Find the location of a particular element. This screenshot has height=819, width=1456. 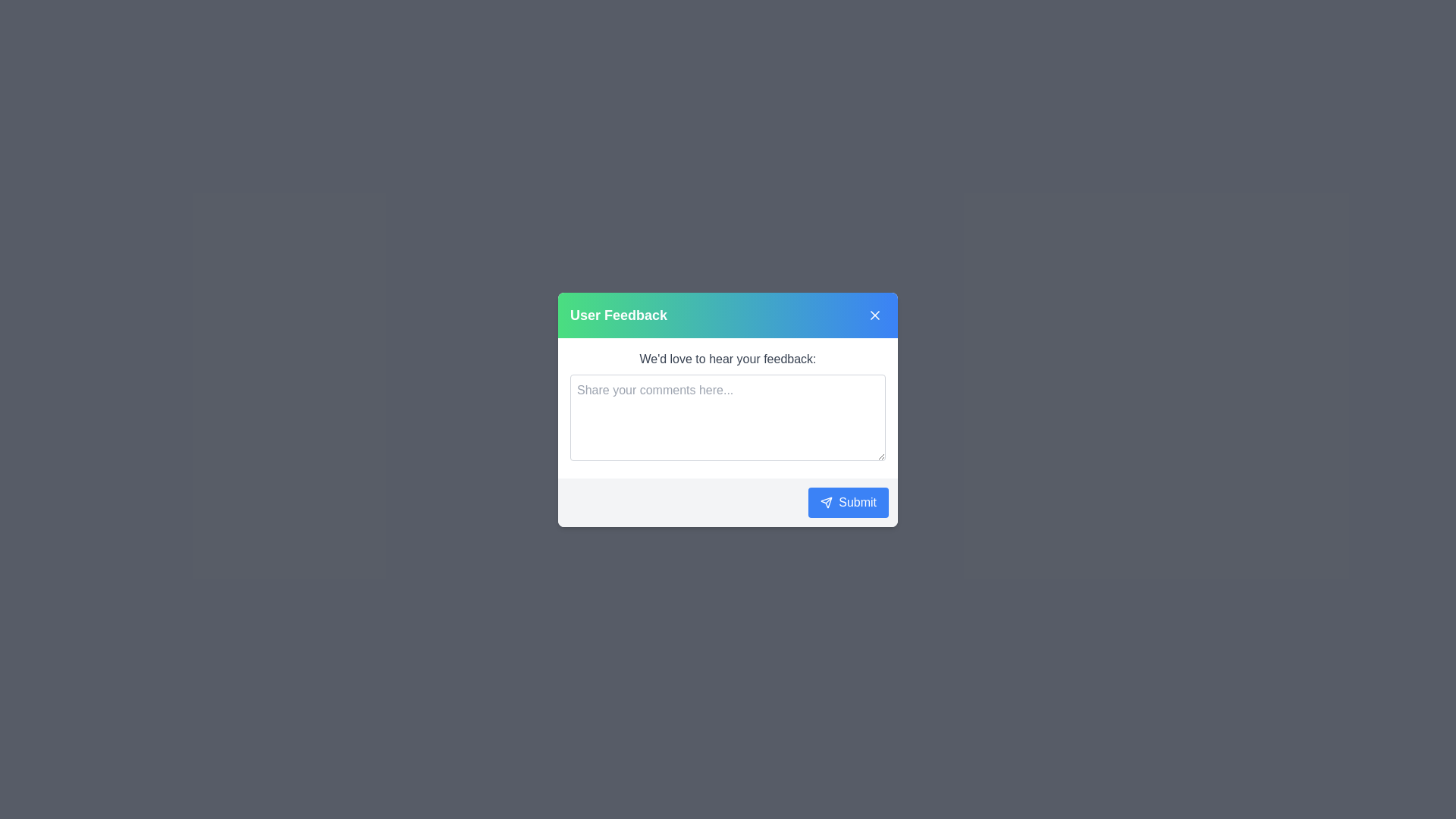

the text label that reads "We'd love to hear your feedback:" located in the modal dialog box below the heading "User Feedback" is located at coordinates (728, 359).